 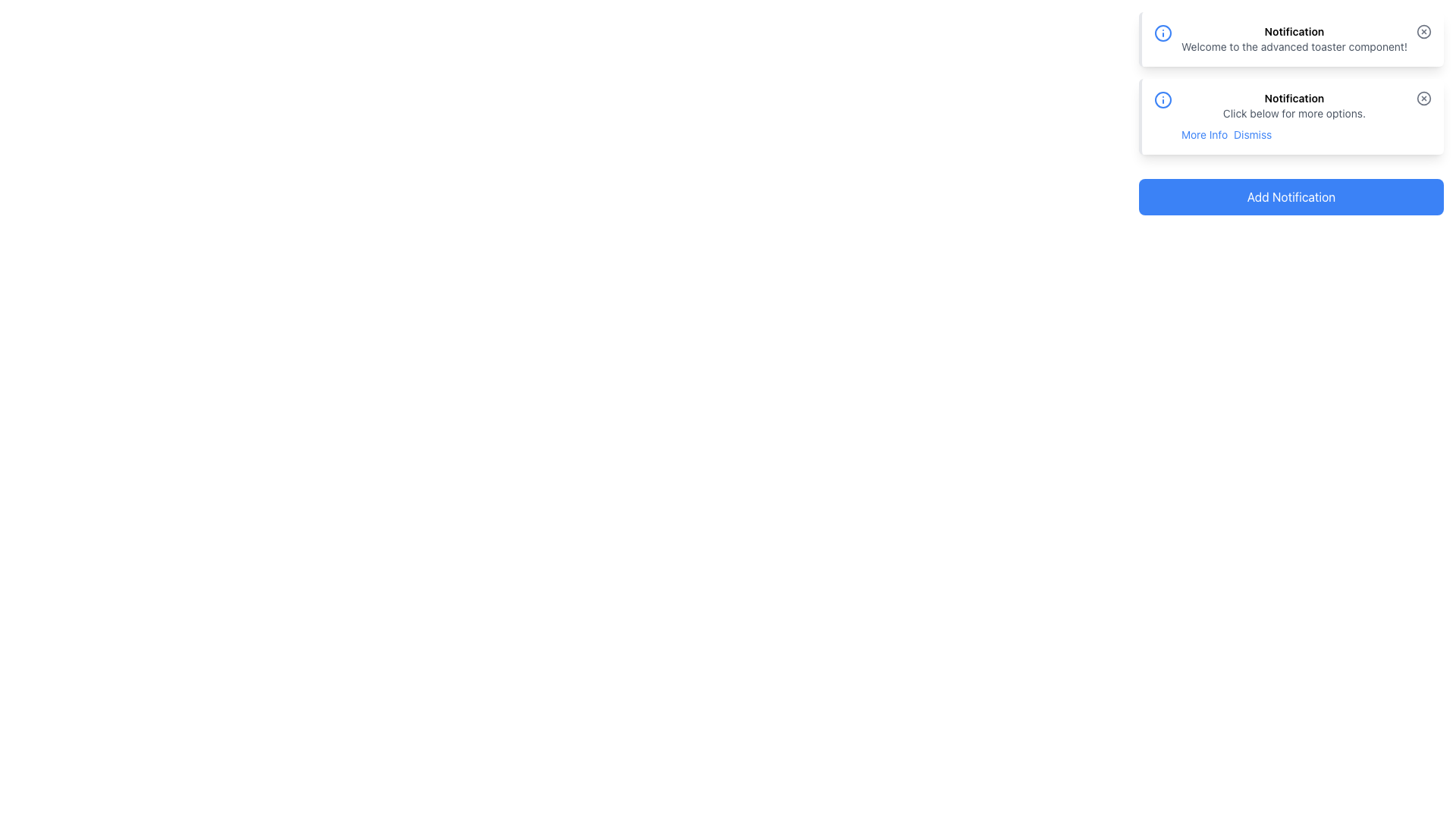 I want to click on the static text that says 'Click below for more options.' located under the 'Notification' title and above the 'More Info' and 'Dismiss' buttons, so click(x=1294, y=113).